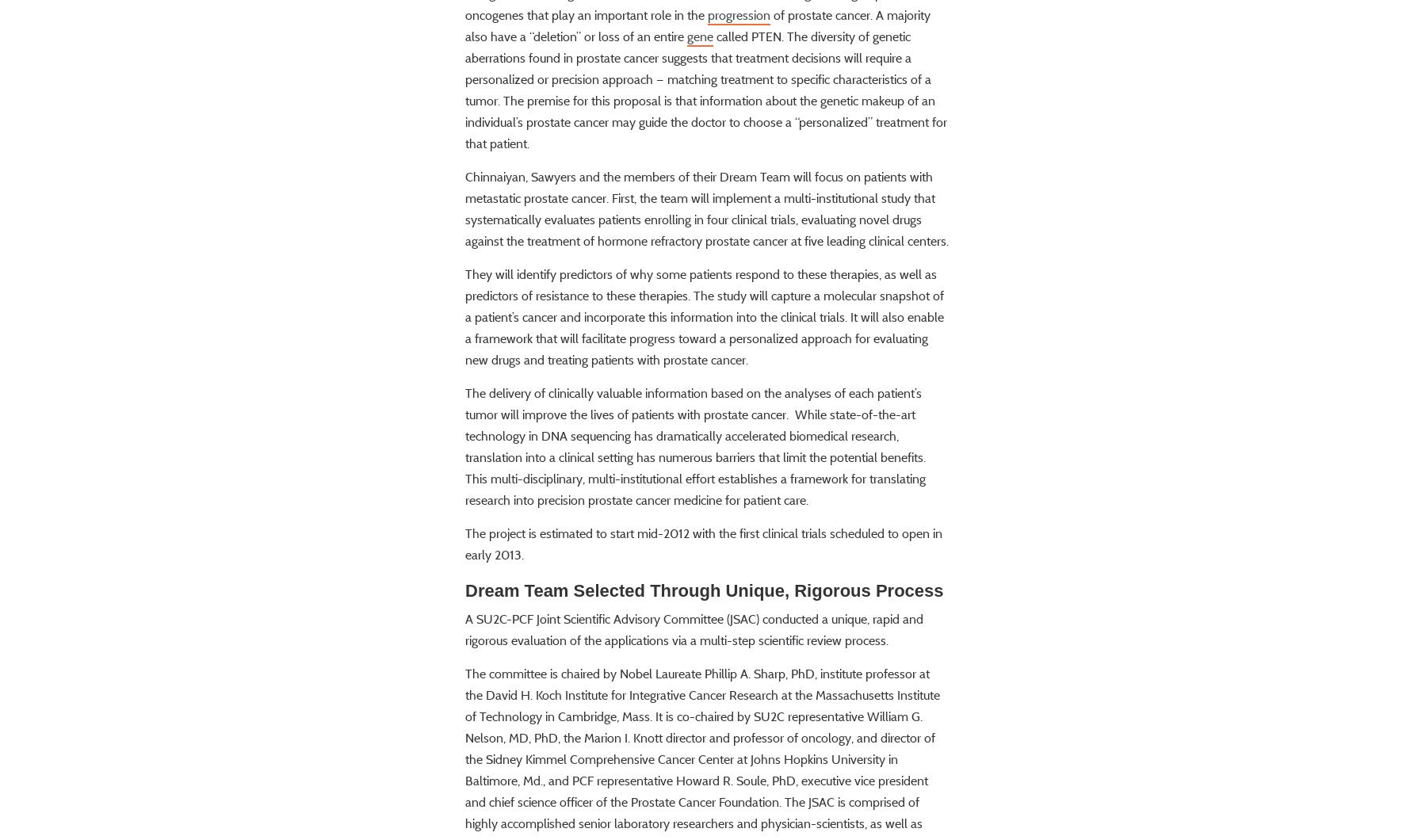 The width and height of the screenshot is (1414, 840). Describe the element at coordinates (697, 71) in the screenshot. I see `'of prostate cancer. A majority also have a “deletion” or loss of an entire'` at that location.